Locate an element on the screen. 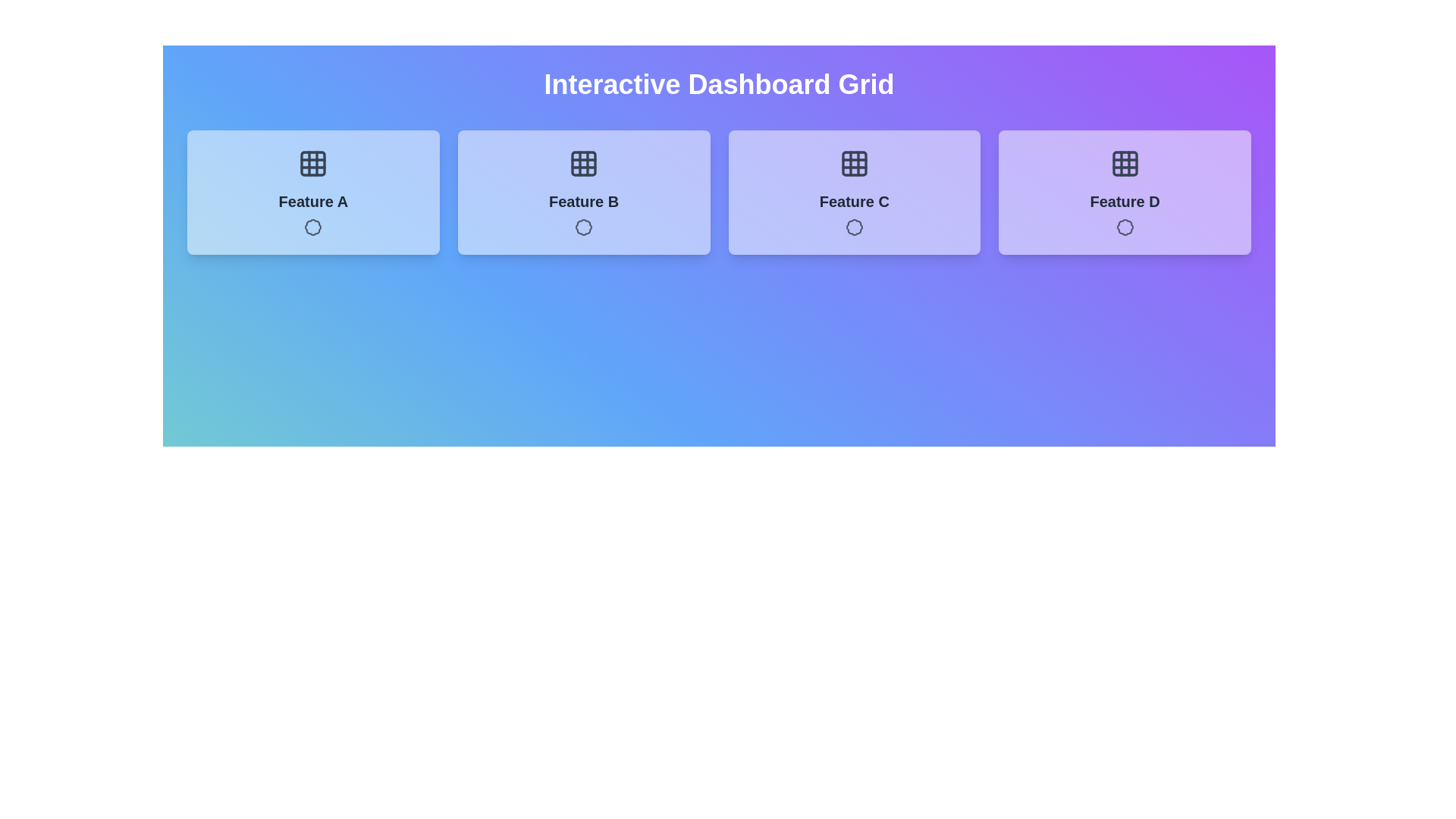 The height and width of the screenshot is (819, 1456). the Card widget representing 'Feature D', located in the fourth position from the left in a row of four similar cards is located at coordinates (1125, 192).